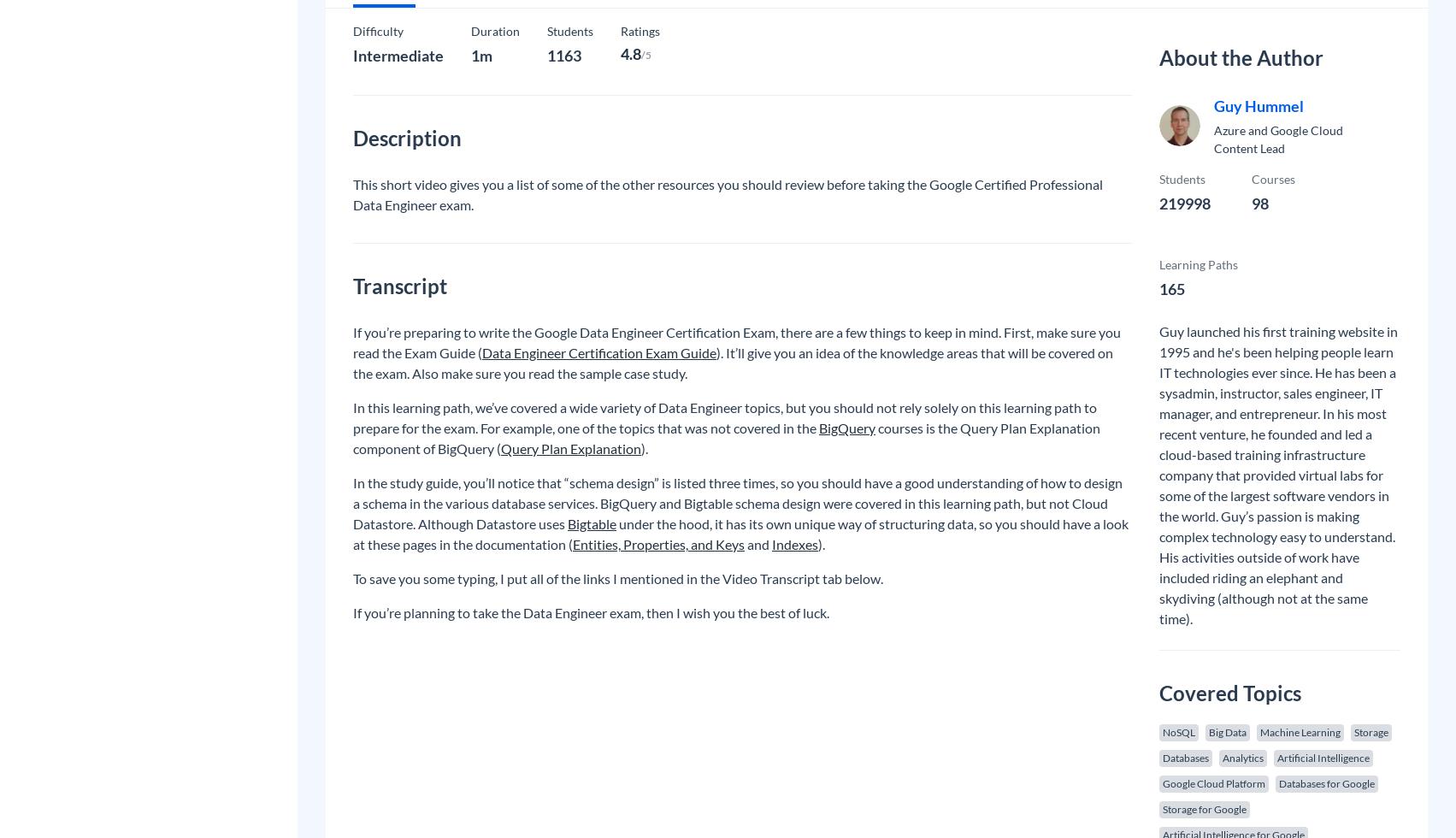 Image resolution: width=1456 pixels, height=838 pixels. I want to click on 'In the study guide, you’ll notice that “schema design” is listed three times, so you should have a good understanding of how to design a schema in the various database services. BigQuery and Bigtable schema design were covered in this learning path, but not Cloud Datastore. Although Datastore uses', so click(737, 503).